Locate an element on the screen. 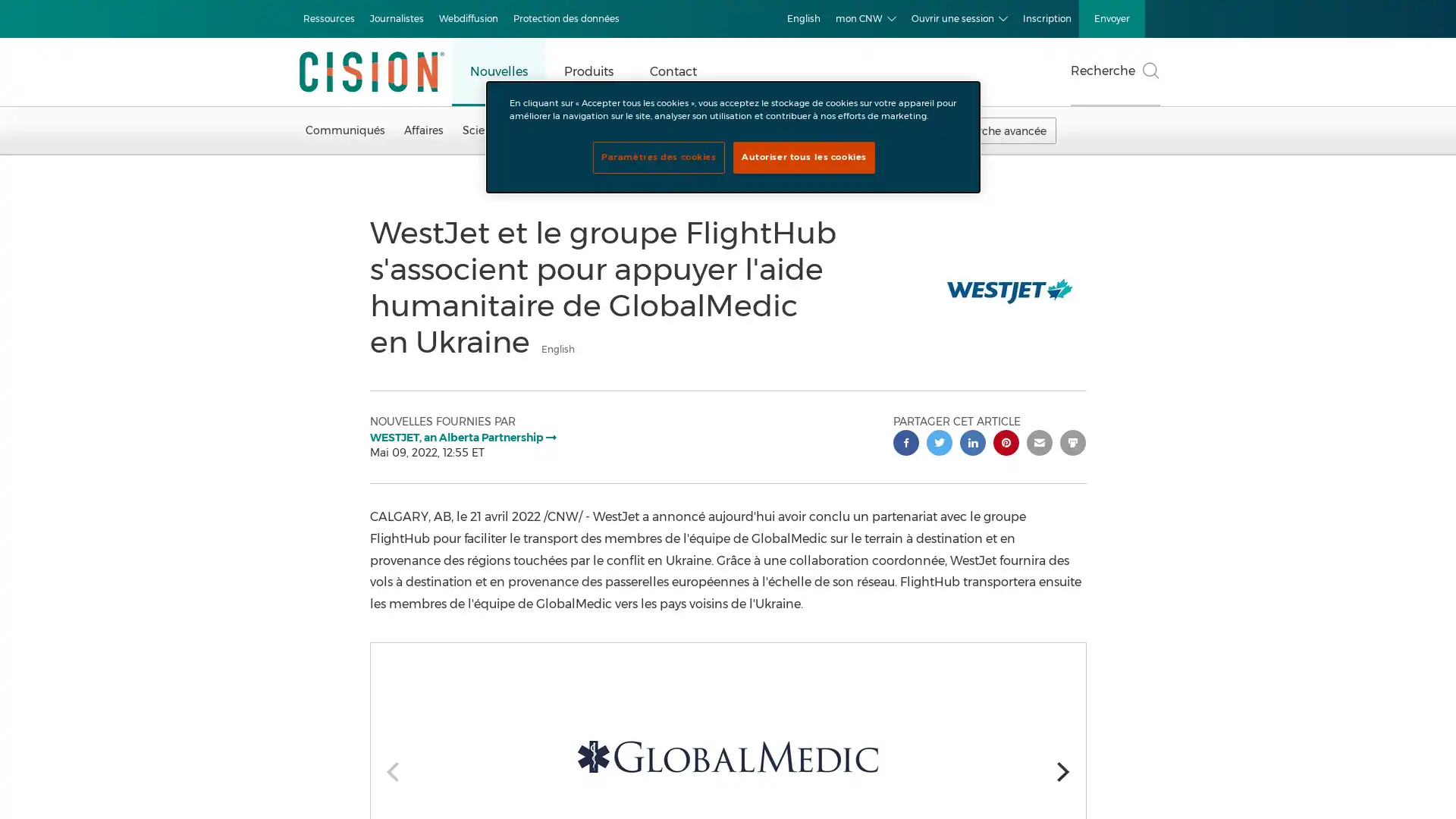 The image size is (1456, 819). Parametres des cookies is located at coordinates (658, 158).